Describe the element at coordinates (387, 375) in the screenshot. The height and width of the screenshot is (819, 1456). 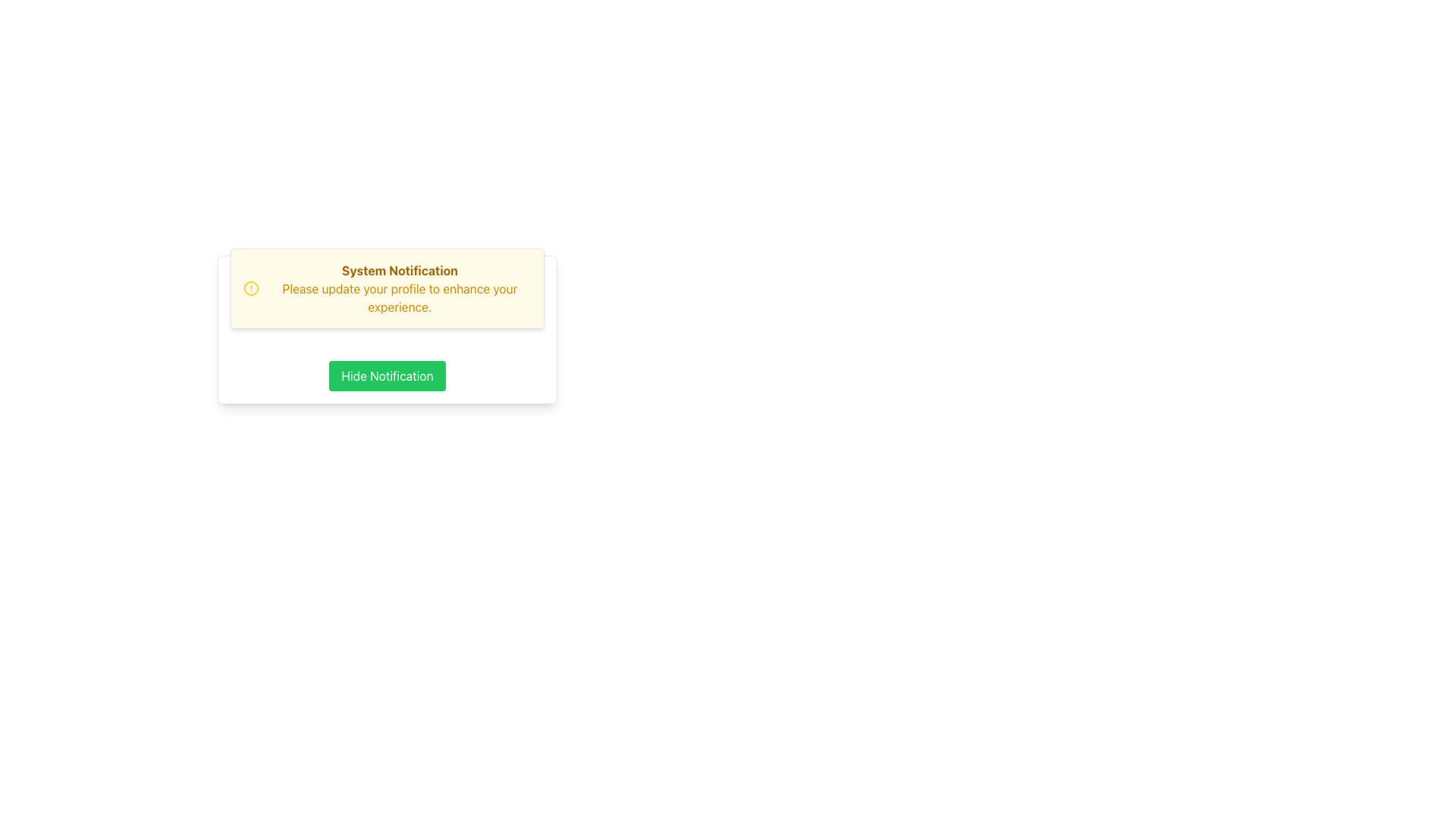
I see `the green 'Hide Notification' button with rounded corners located at the bottom of the notification card` at that location.